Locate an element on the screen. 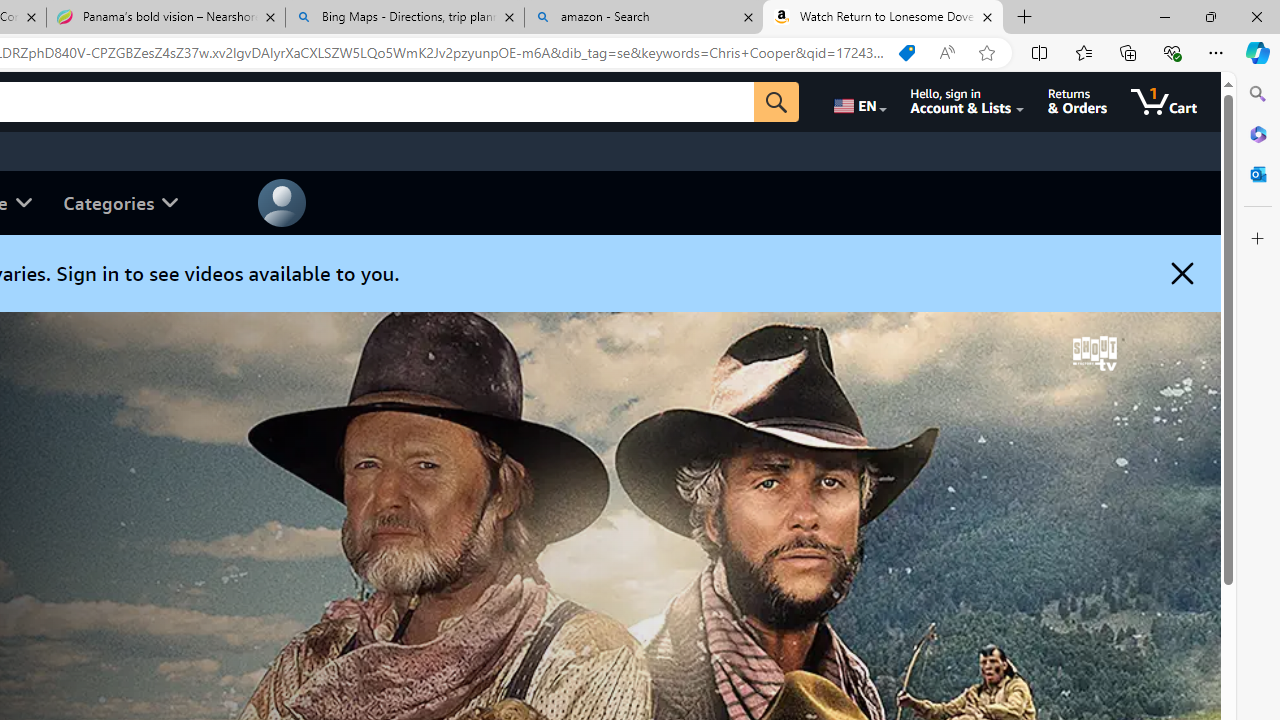  'Shopping in Microsoft Edge' is located at coordinates (905, 52).